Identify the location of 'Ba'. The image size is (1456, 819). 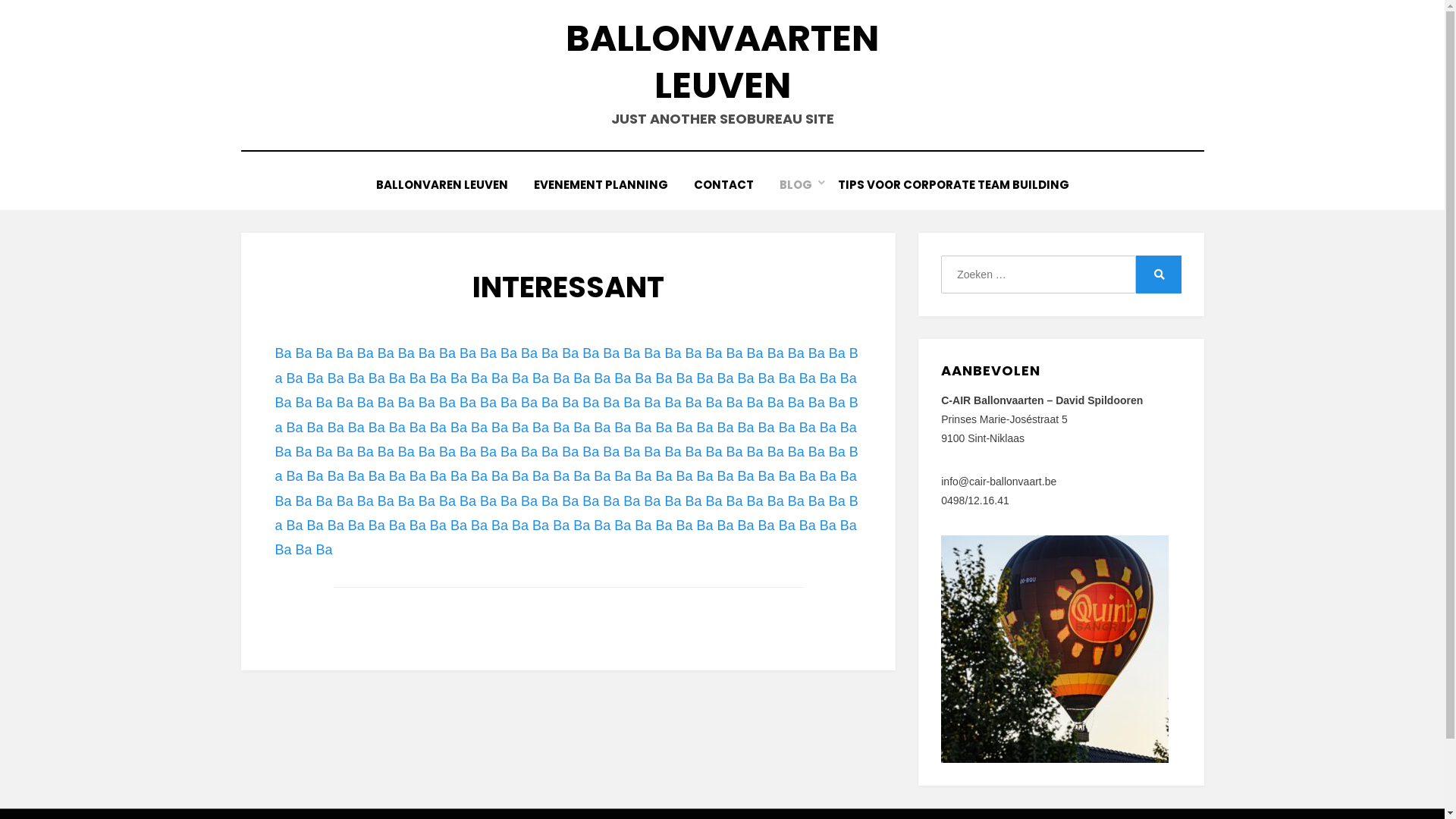
(437, 427).